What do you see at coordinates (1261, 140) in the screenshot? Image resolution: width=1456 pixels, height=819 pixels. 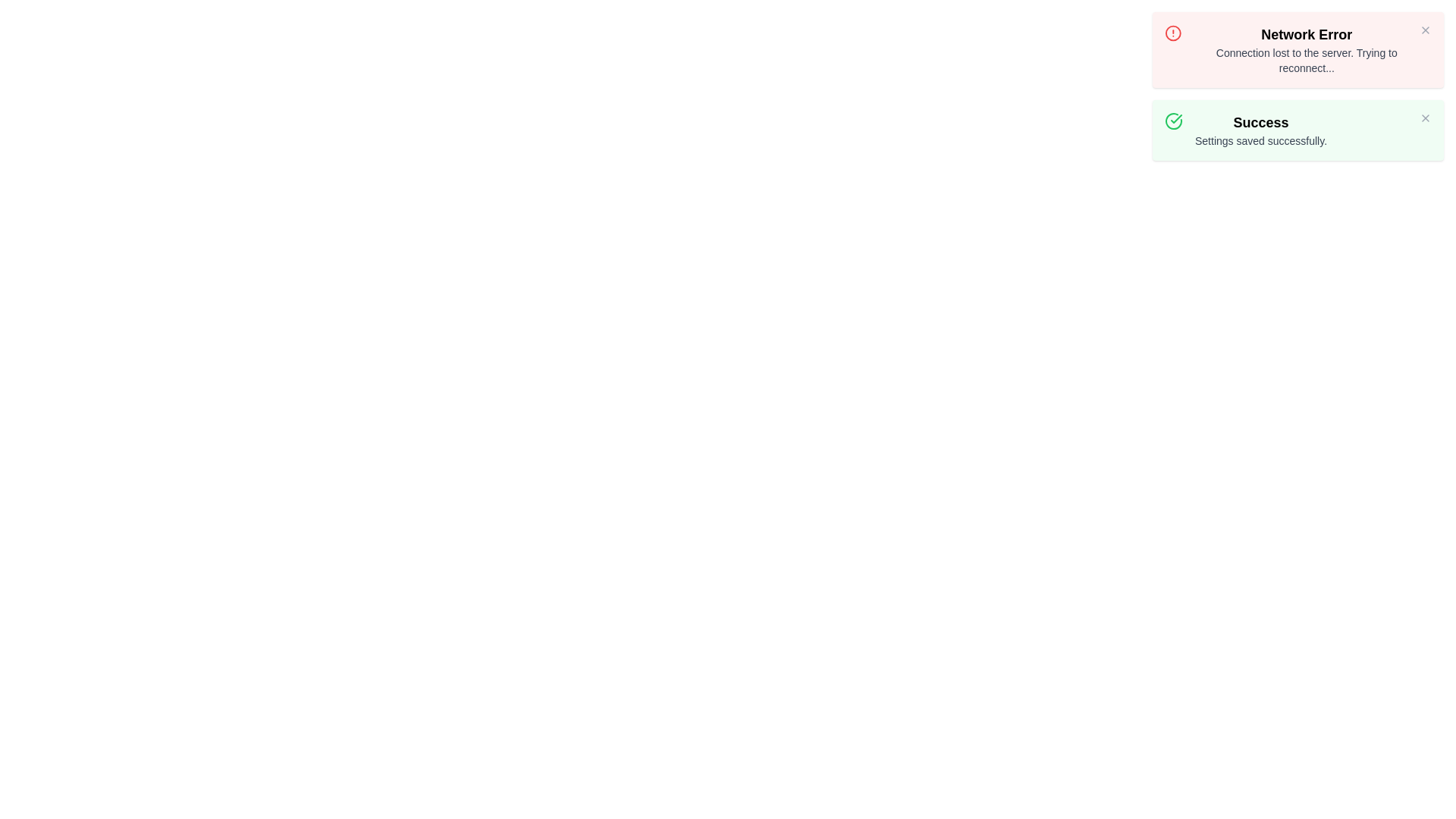 I see `the text label that reads 'Settings saved successfully.' located beneath the 'Success' heading in the notification interface` at bounding box center [1261, 140].